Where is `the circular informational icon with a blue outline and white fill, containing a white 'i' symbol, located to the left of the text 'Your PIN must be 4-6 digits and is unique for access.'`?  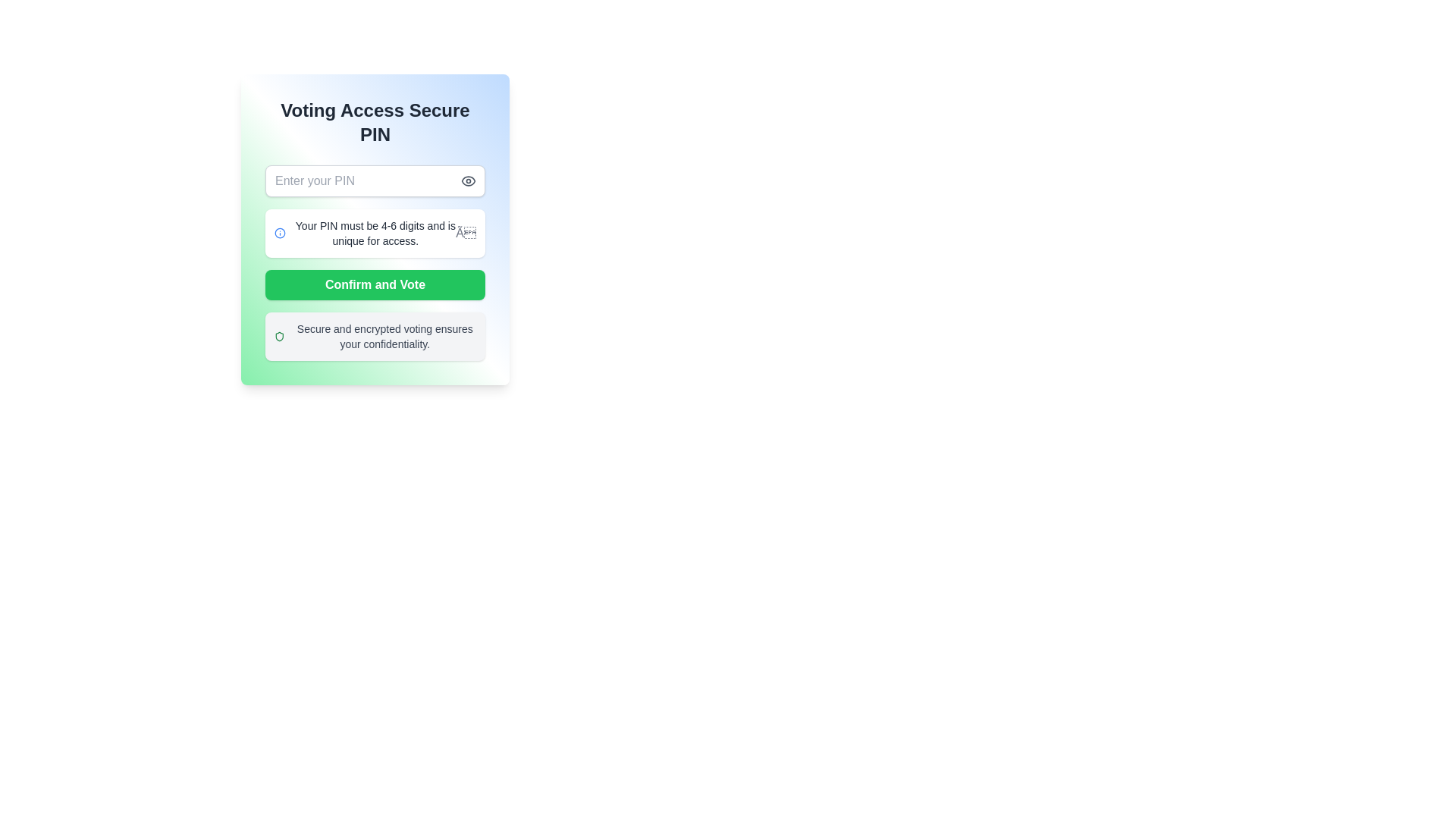 the circular informational icon with a blue outline and white fill, containing a white 'i' symbol, located to the left of the text 'Your PIN must be 4-6 digits and is unique for access.' is located at coordinates (280, 234).